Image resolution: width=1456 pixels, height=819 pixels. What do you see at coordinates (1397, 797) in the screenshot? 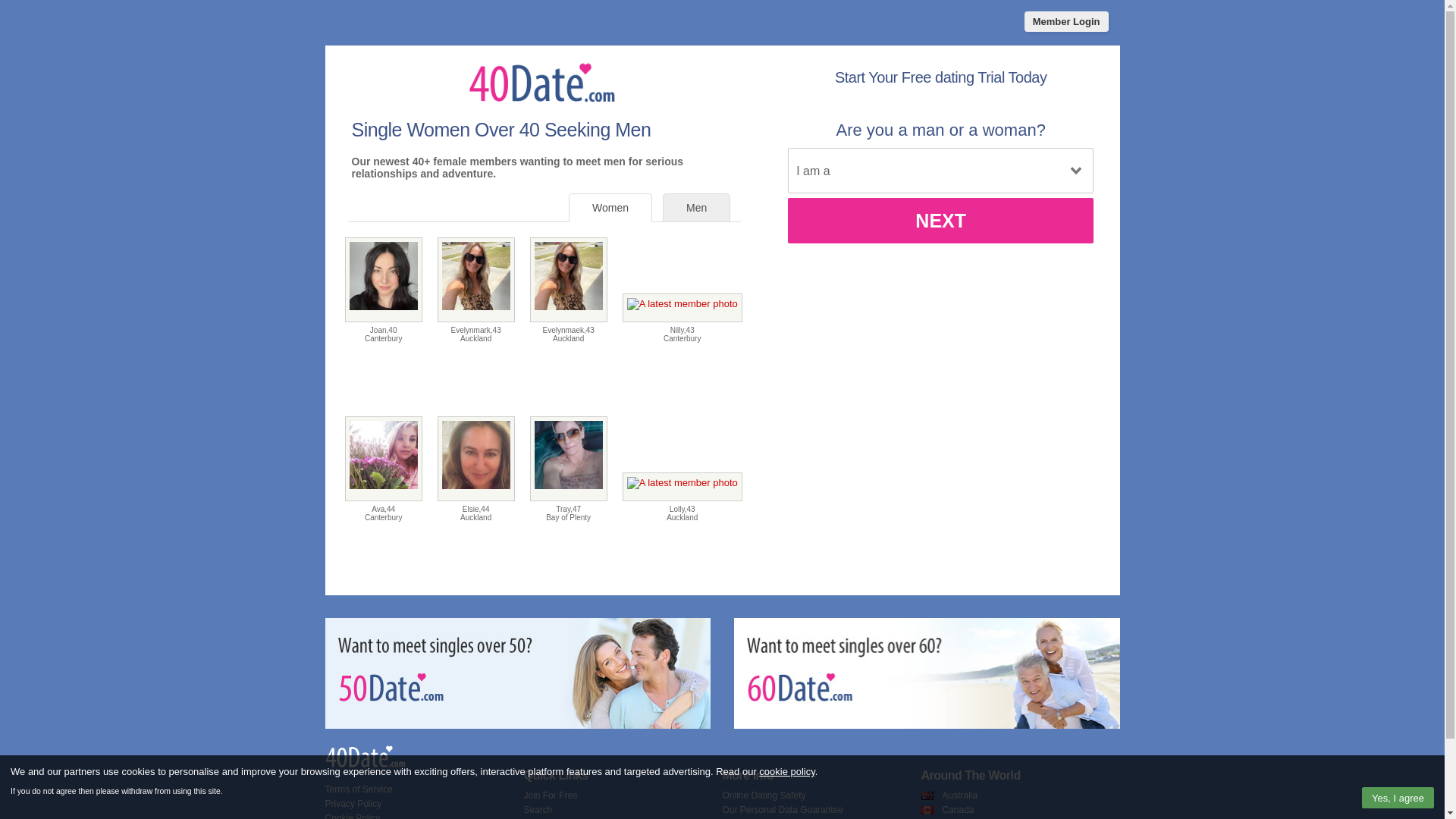
I see `'Yes, I agree'` at bounding box center [1397, 797].